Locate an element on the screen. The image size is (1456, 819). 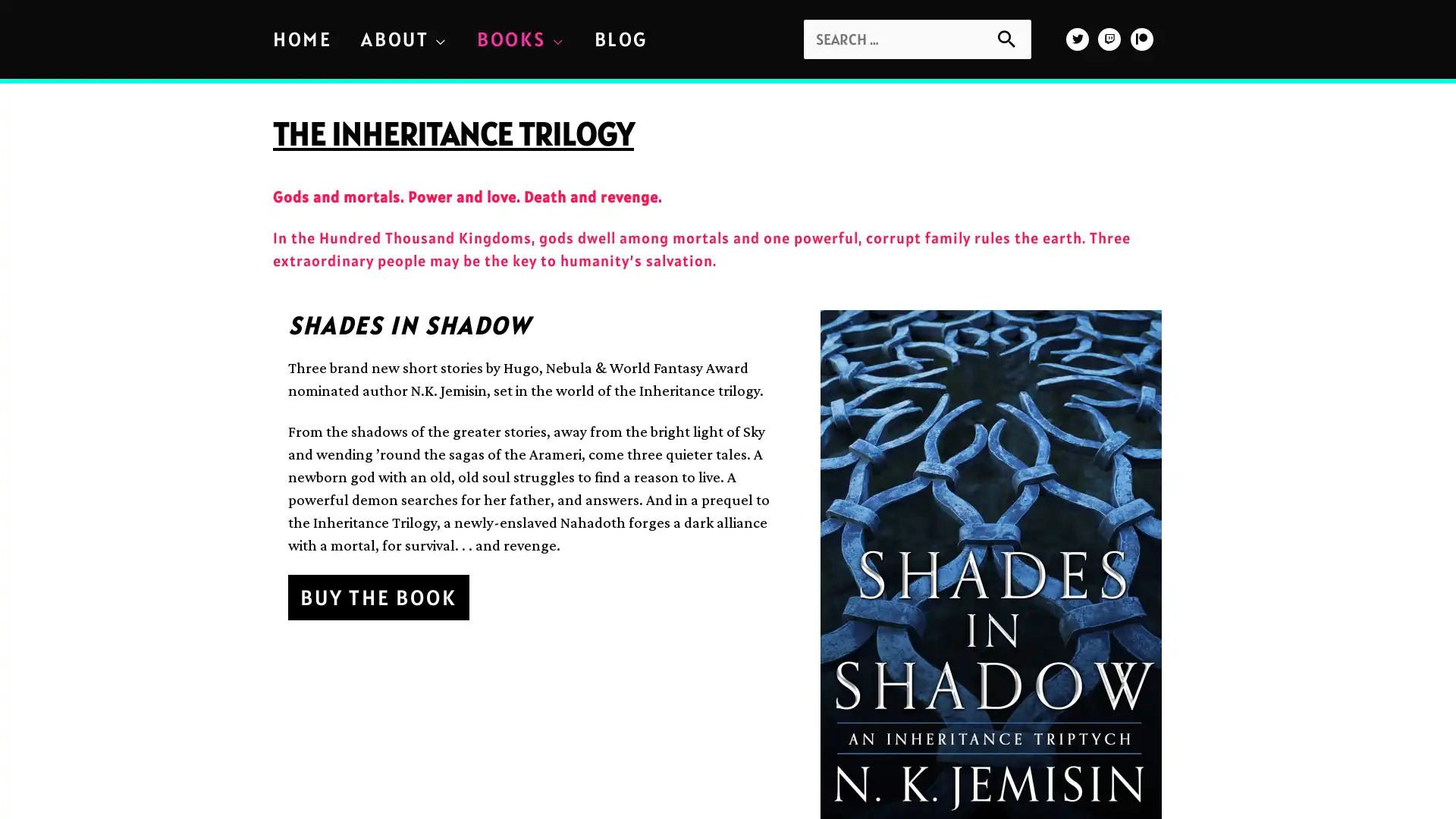
Search is located at coordinates (1014, 36).